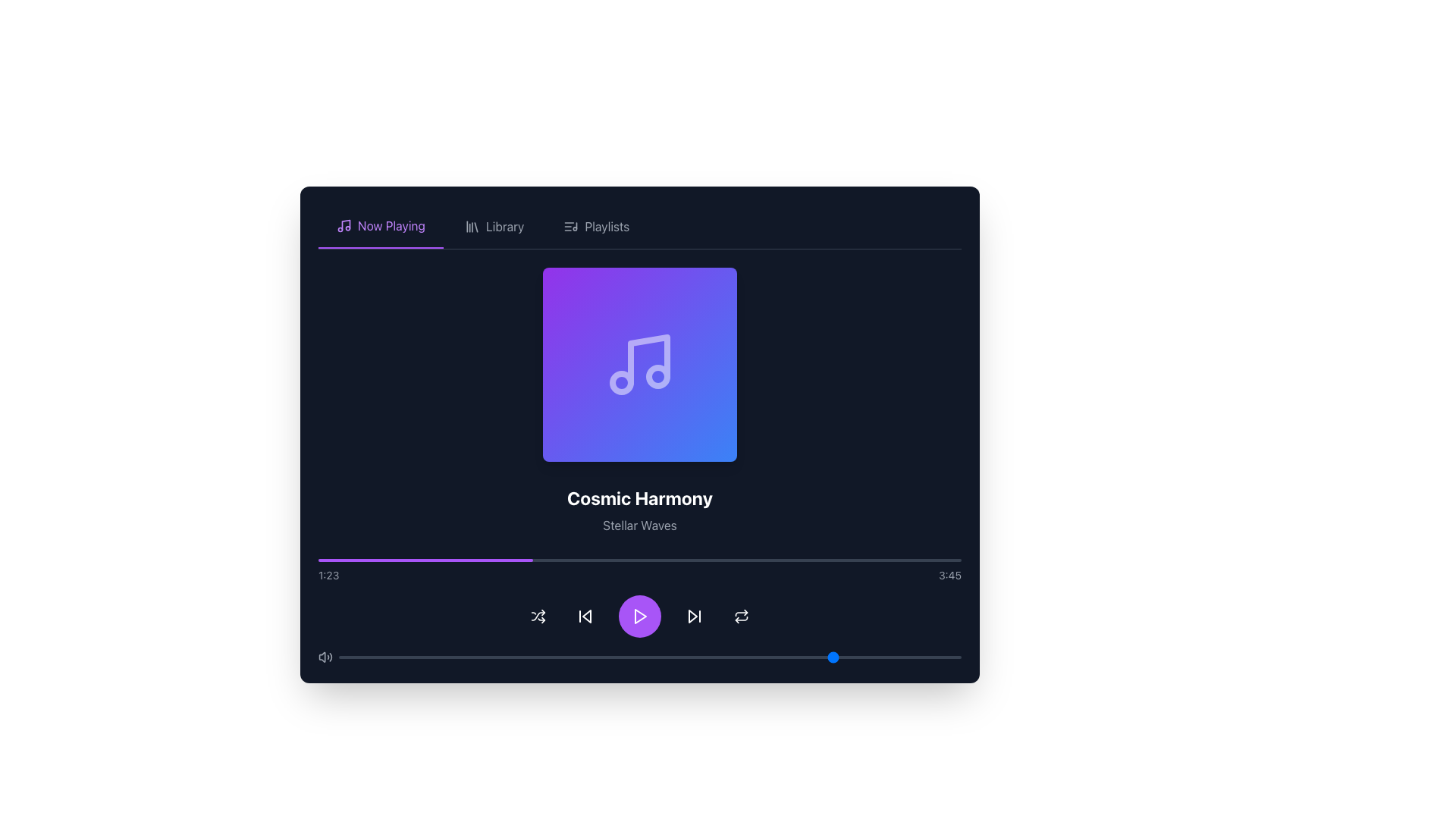  Describe the element at coordinates (570, 227) in the screenshot. I see `the 'Playlists' icon located to the left of the 'Playlists' text in the horizontal navigation bar` at that location.